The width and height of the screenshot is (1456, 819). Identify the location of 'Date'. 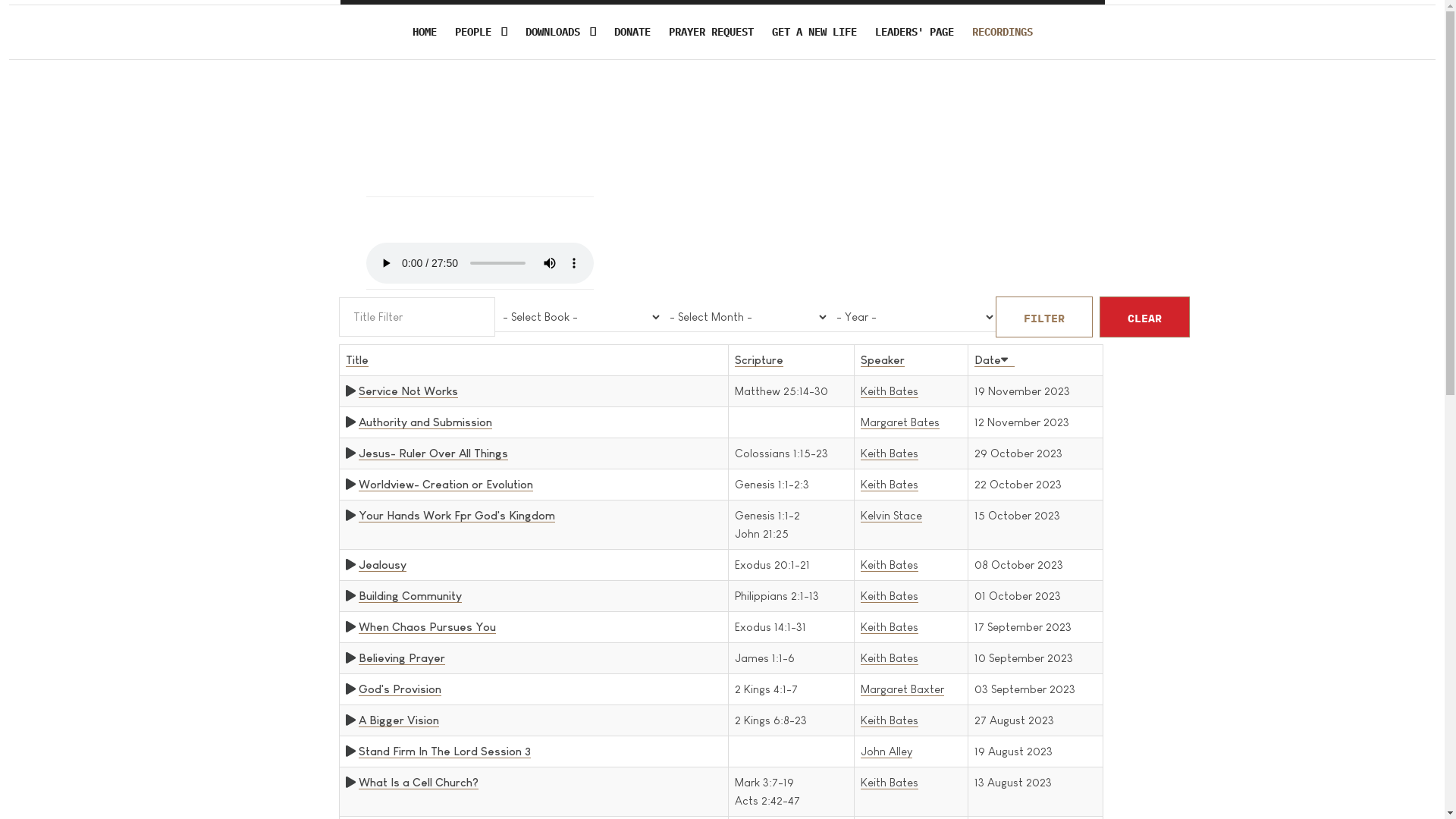
(974, 359).